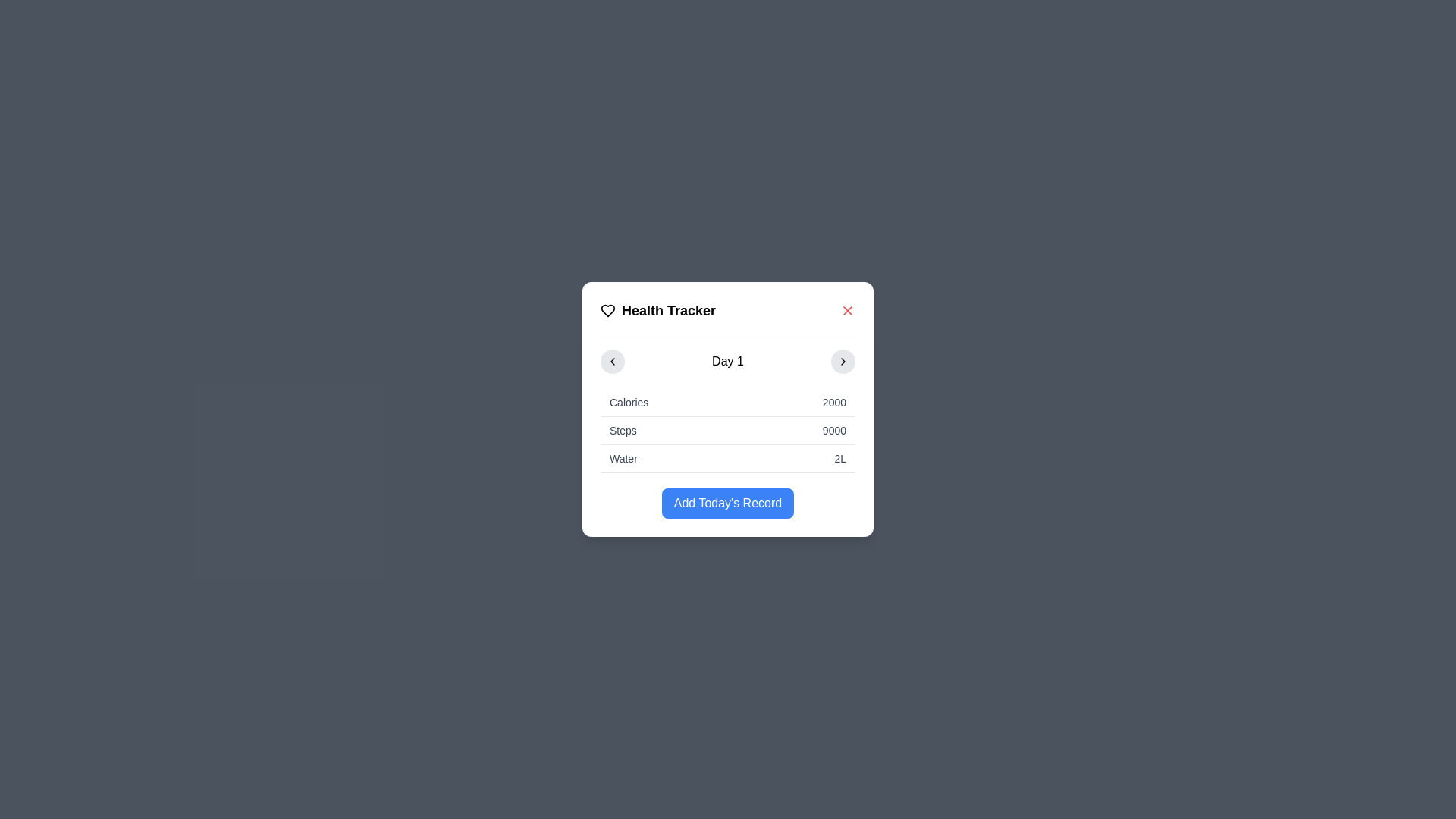  What do you see at coordinates (847, 309) in the screenshot?
I see `the 'X' icon located in the top-right corner of the 'Health Tracker' modal box` at bounding box center [847, 309].